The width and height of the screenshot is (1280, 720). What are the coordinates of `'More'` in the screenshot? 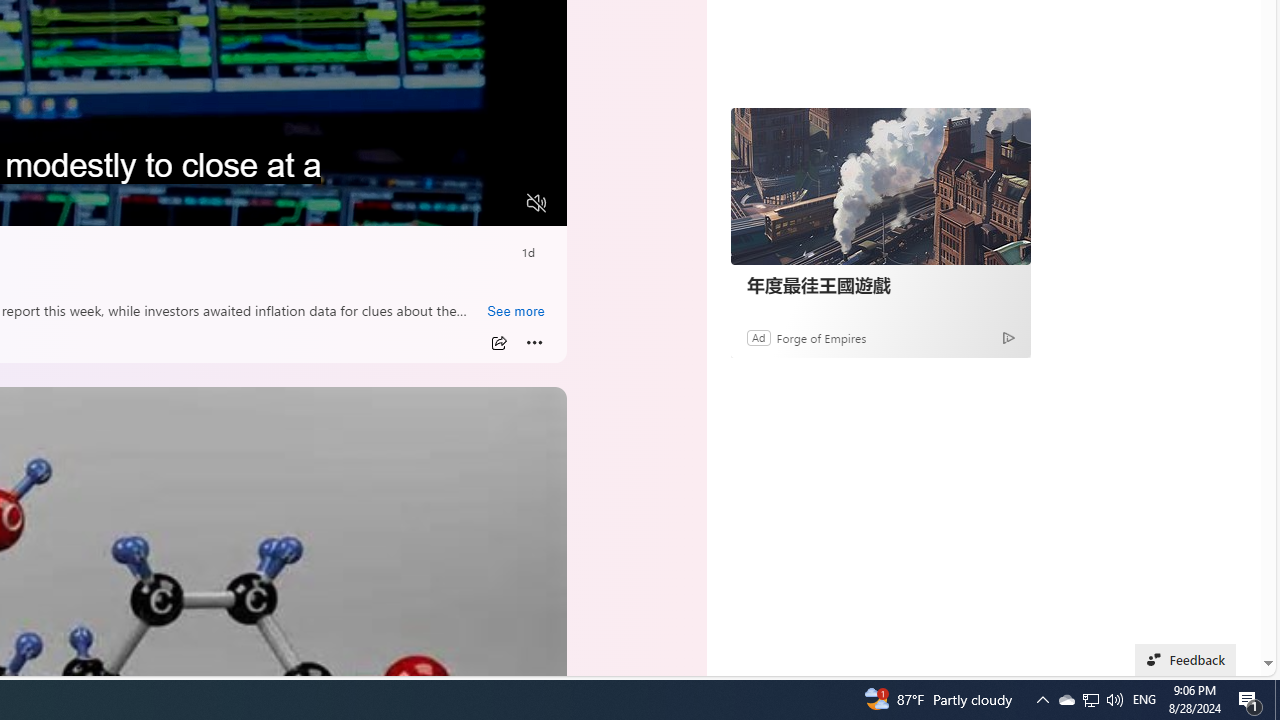 It's located at (534, 342).